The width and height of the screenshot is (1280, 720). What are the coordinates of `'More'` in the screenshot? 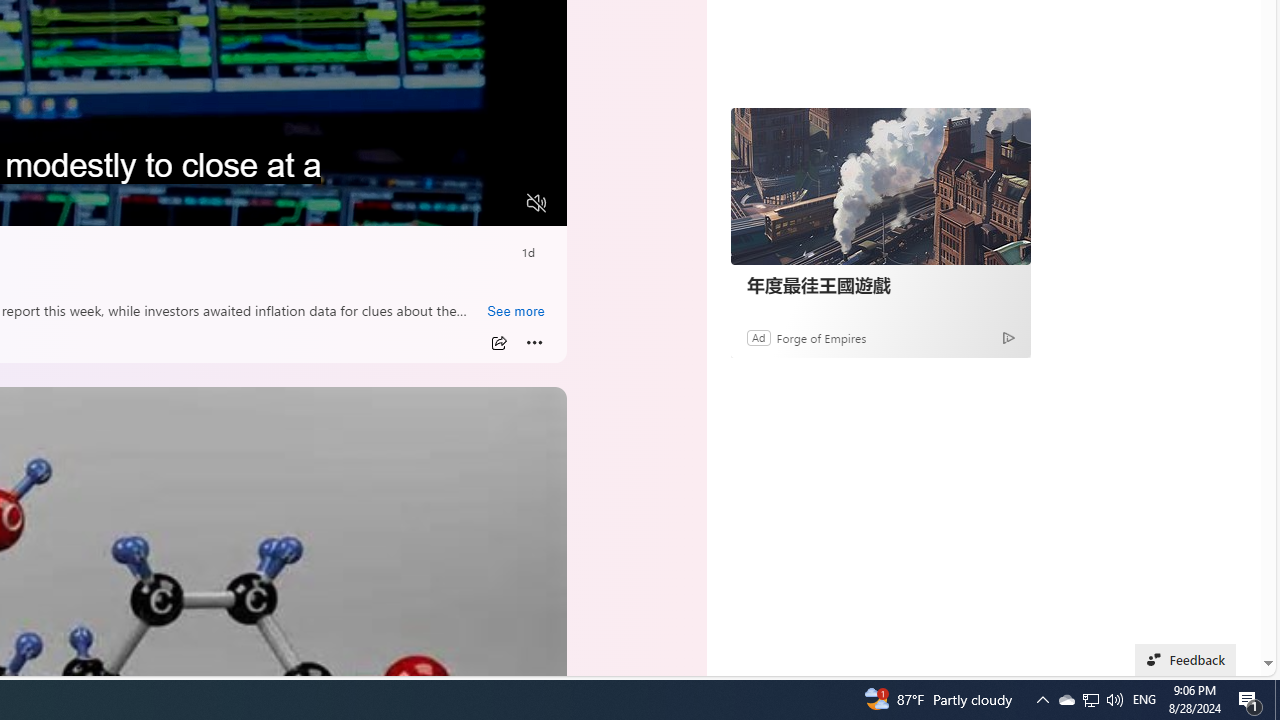 It's located at (534, 342).